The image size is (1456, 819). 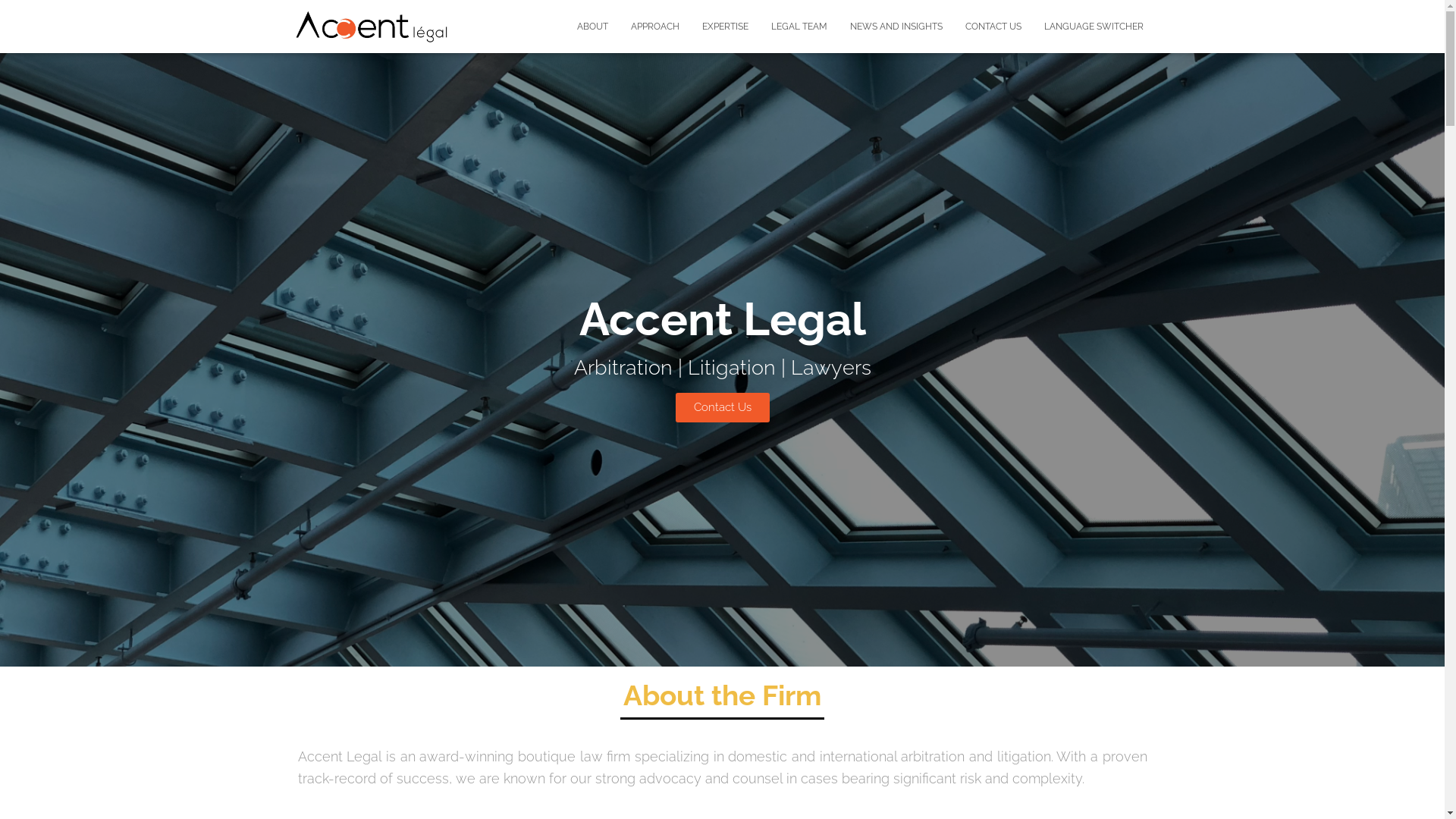 I want to click on 'LEGAL TEAM', so click(x=799, y=26).